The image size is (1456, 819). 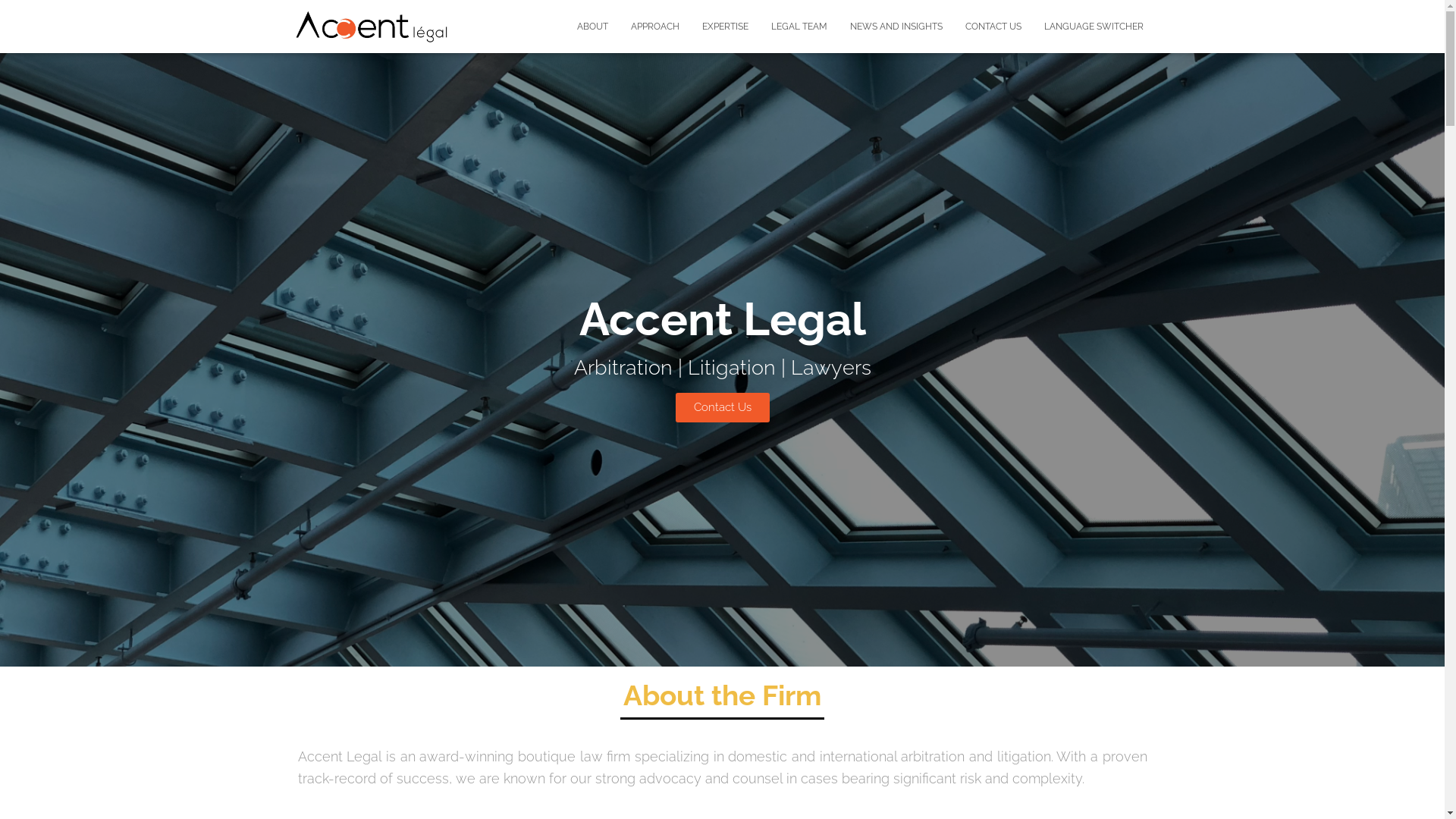 I want to click on 'LEGAL TEAM', so click(x=799, y=26).